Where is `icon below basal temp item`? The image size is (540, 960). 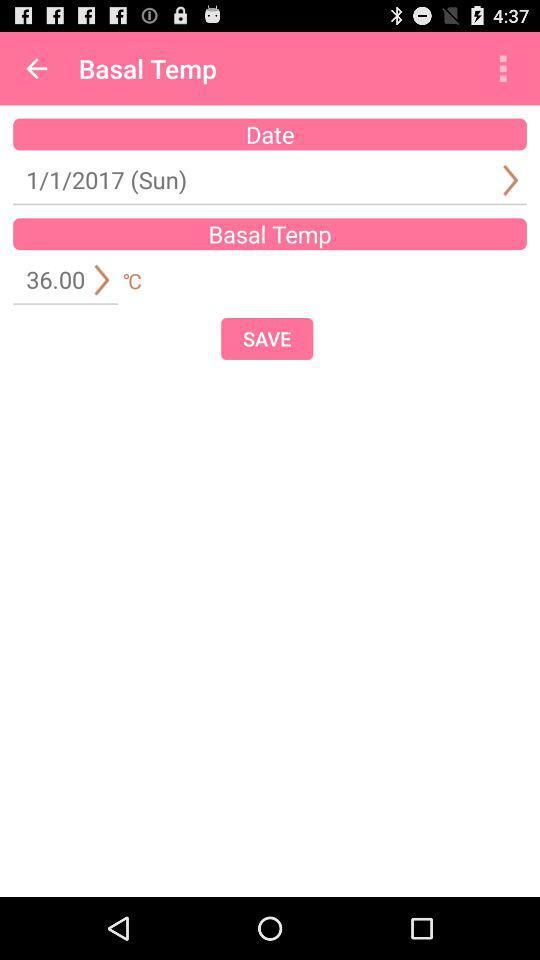
icon below basal temp item is located at coordinates (267, 338).